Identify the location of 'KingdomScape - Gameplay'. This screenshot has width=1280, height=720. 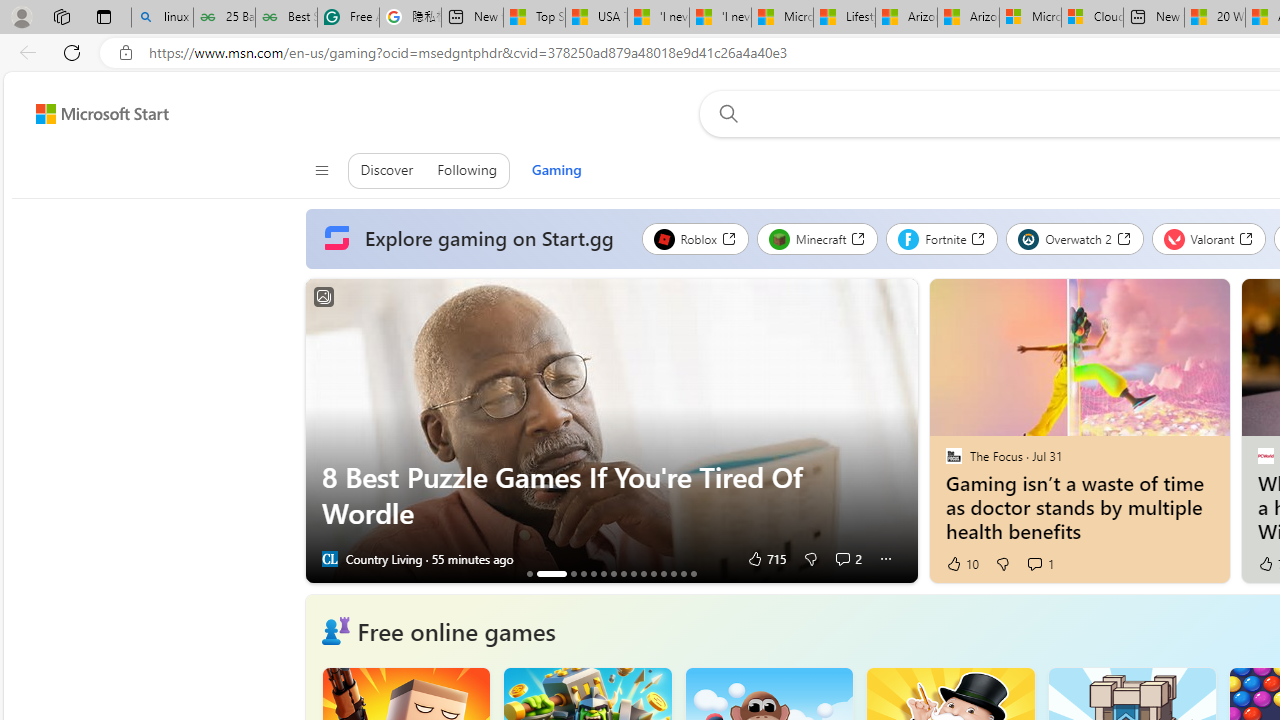
(643, 573).